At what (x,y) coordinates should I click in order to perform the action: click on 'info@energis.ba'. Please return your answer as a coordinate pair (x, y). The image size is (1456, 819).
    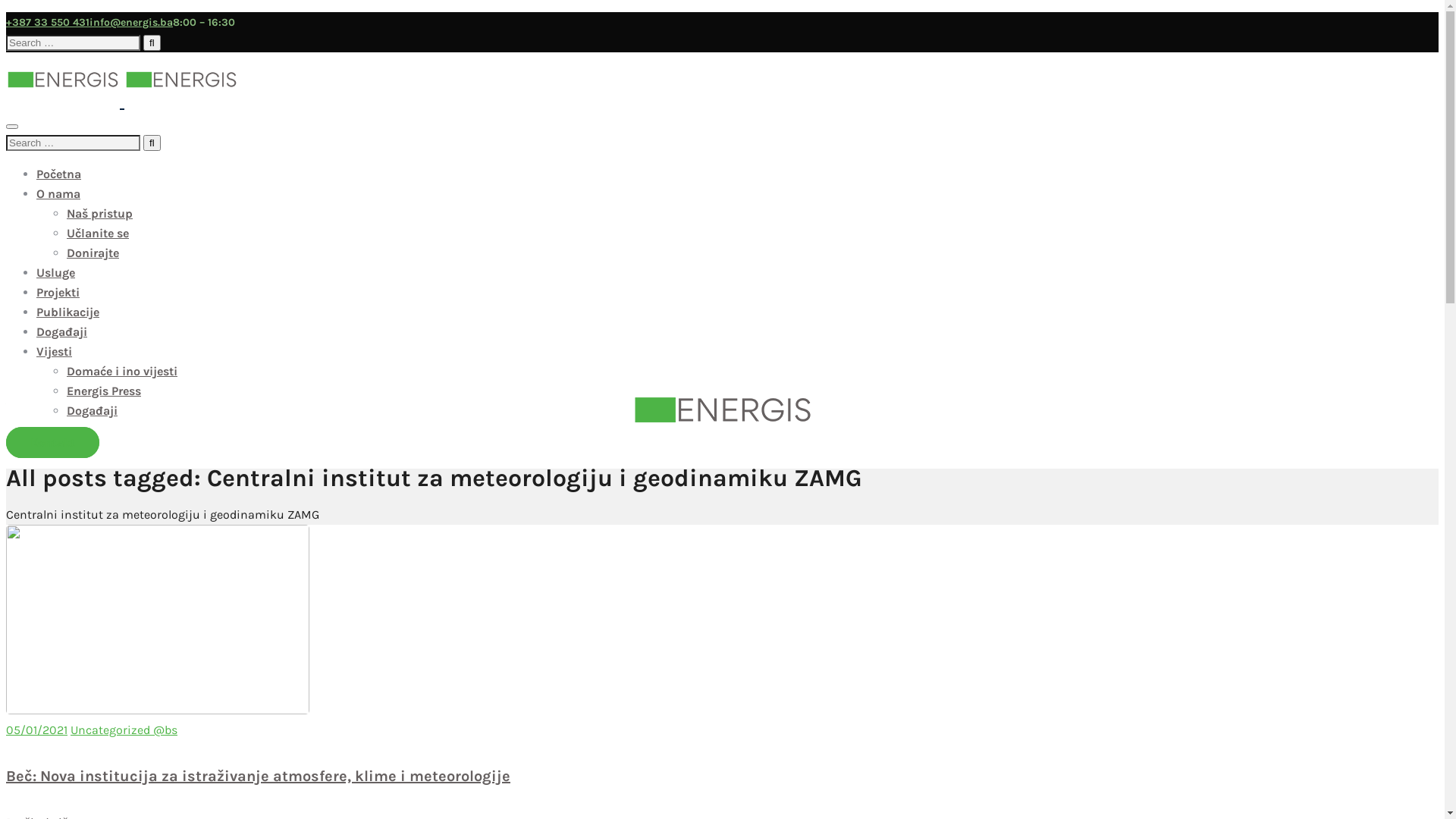
    Looking at the image, I should click on (130, 22).